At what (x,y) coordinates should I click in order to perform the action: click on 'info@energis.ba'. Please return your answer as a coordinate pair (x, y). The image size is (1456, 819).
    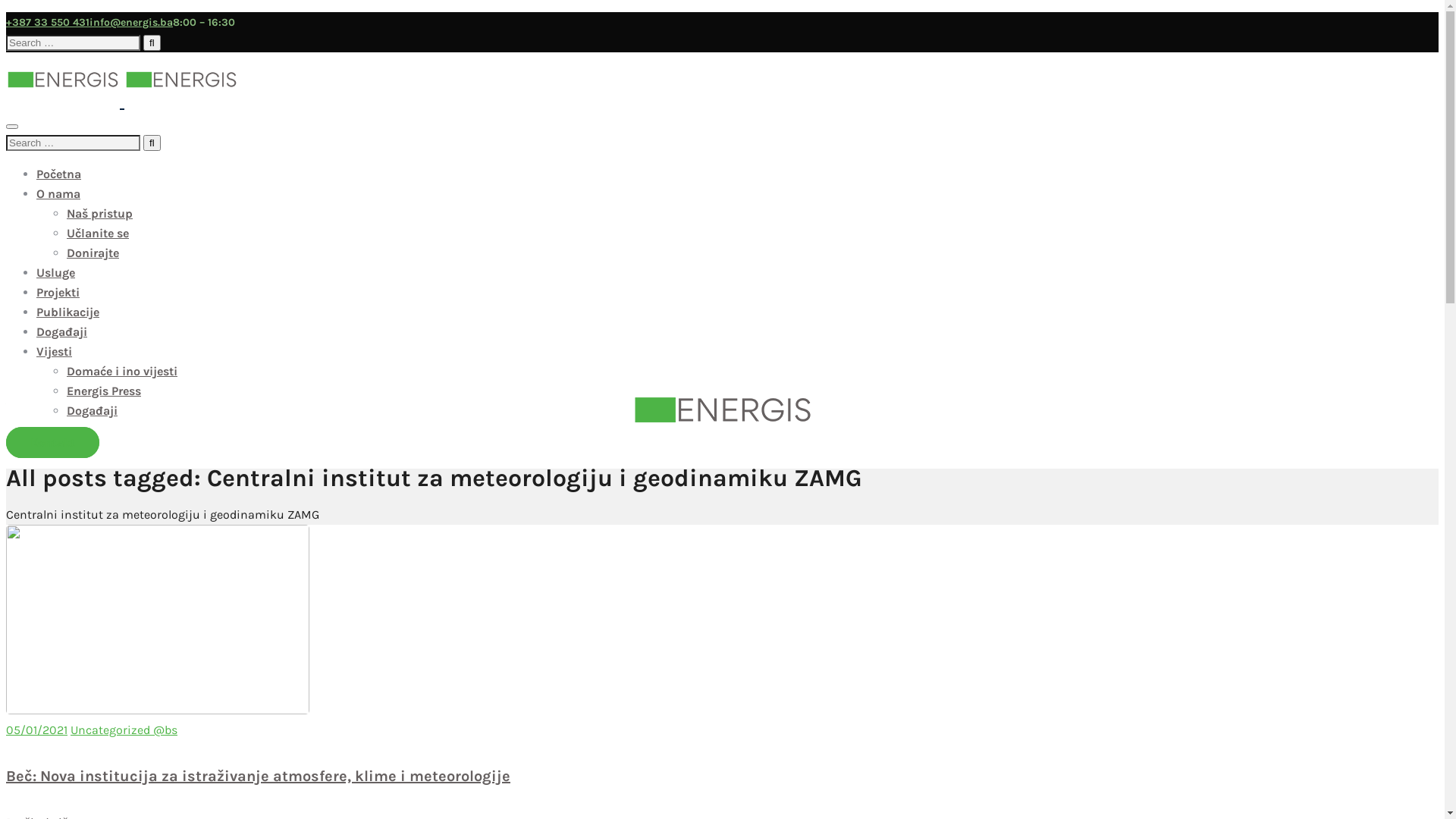
    Looking at the image, I should click on (130, 22).